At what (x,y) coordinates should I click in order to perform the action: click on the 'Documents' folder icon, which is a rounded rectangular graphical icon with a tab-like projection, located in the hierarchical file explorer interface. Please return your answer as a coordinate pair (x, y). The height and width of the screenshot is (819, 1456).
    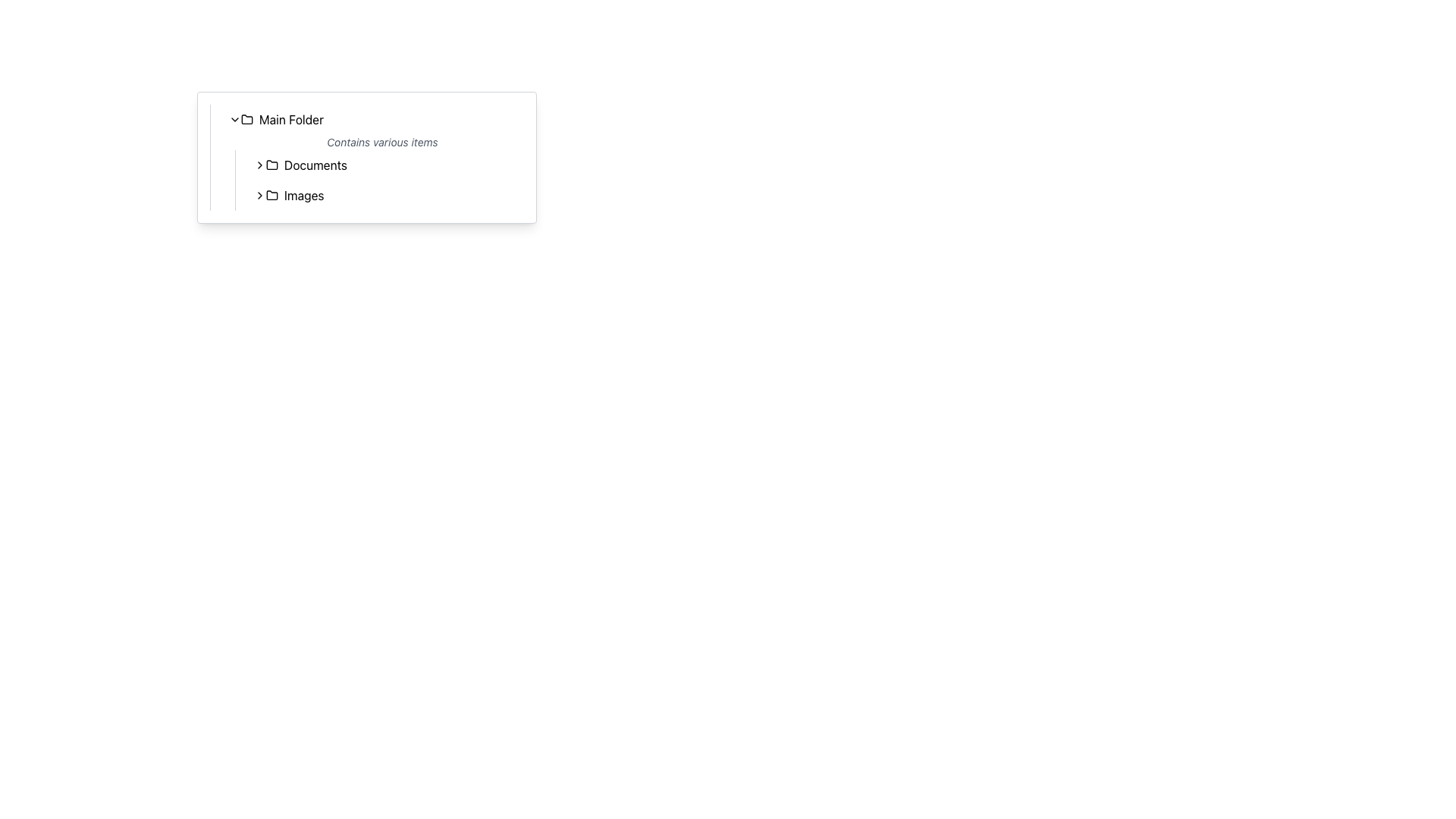
    Looking at the image, I should click on (272, 164).